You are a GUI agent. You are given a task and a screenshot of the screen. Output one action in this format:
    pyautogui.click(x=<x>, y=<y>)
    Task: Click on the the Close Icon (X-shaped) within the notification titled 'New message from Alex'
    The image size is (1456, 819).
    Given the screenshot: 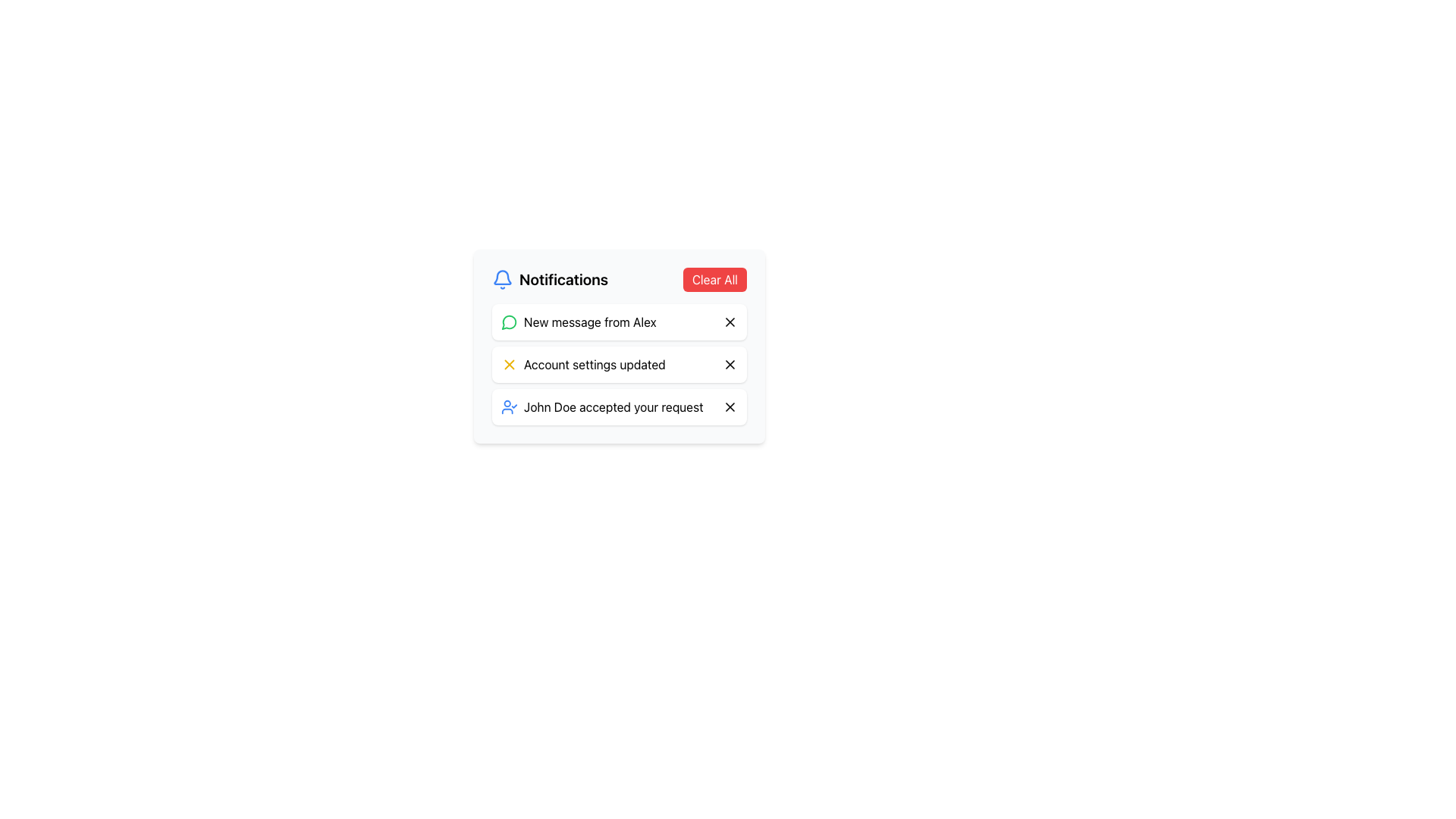 What is the action you would take?
    pyautogui.click(x=730, y=321)
    